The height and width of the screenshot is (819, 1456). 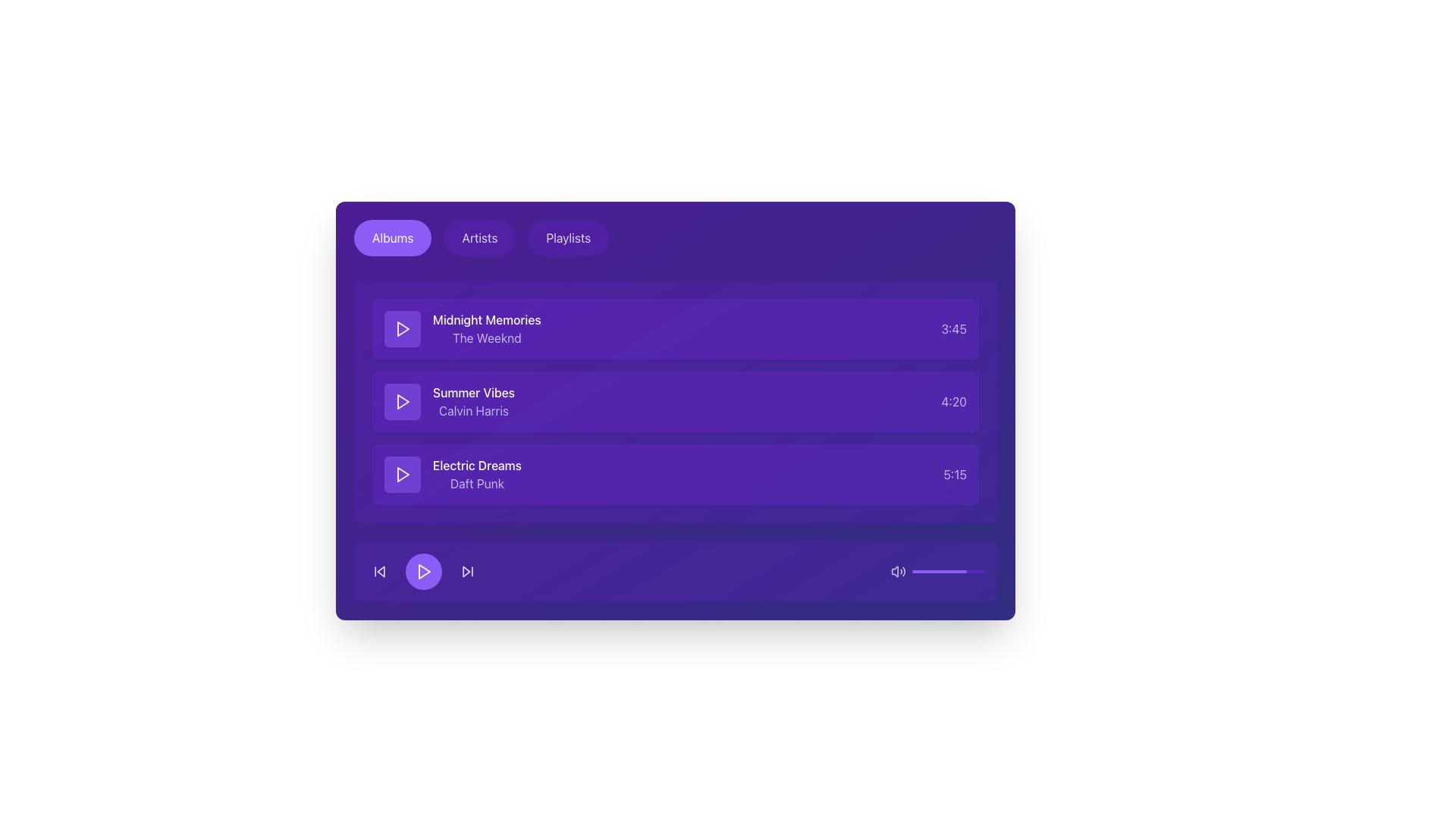 I want to click on the 'Artists' button, which has rounded corners and a purple background, so click(x=479, y=237).